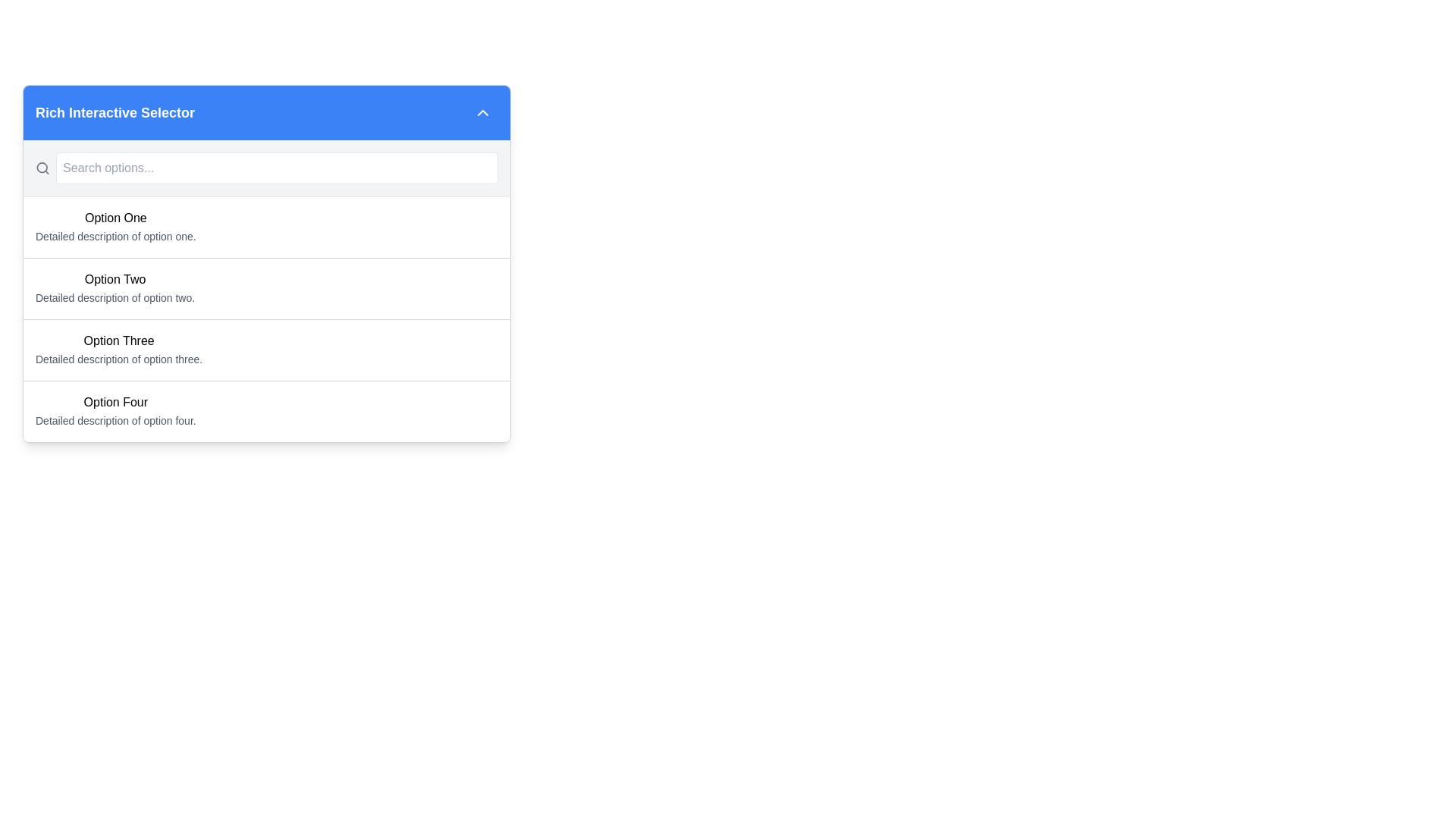 This screenshot has width=1456, height=819. I want to click on the Text Label located directly beneath the title text of 'Option One', which provides additional details or explanation about the item, so click(115, 237).